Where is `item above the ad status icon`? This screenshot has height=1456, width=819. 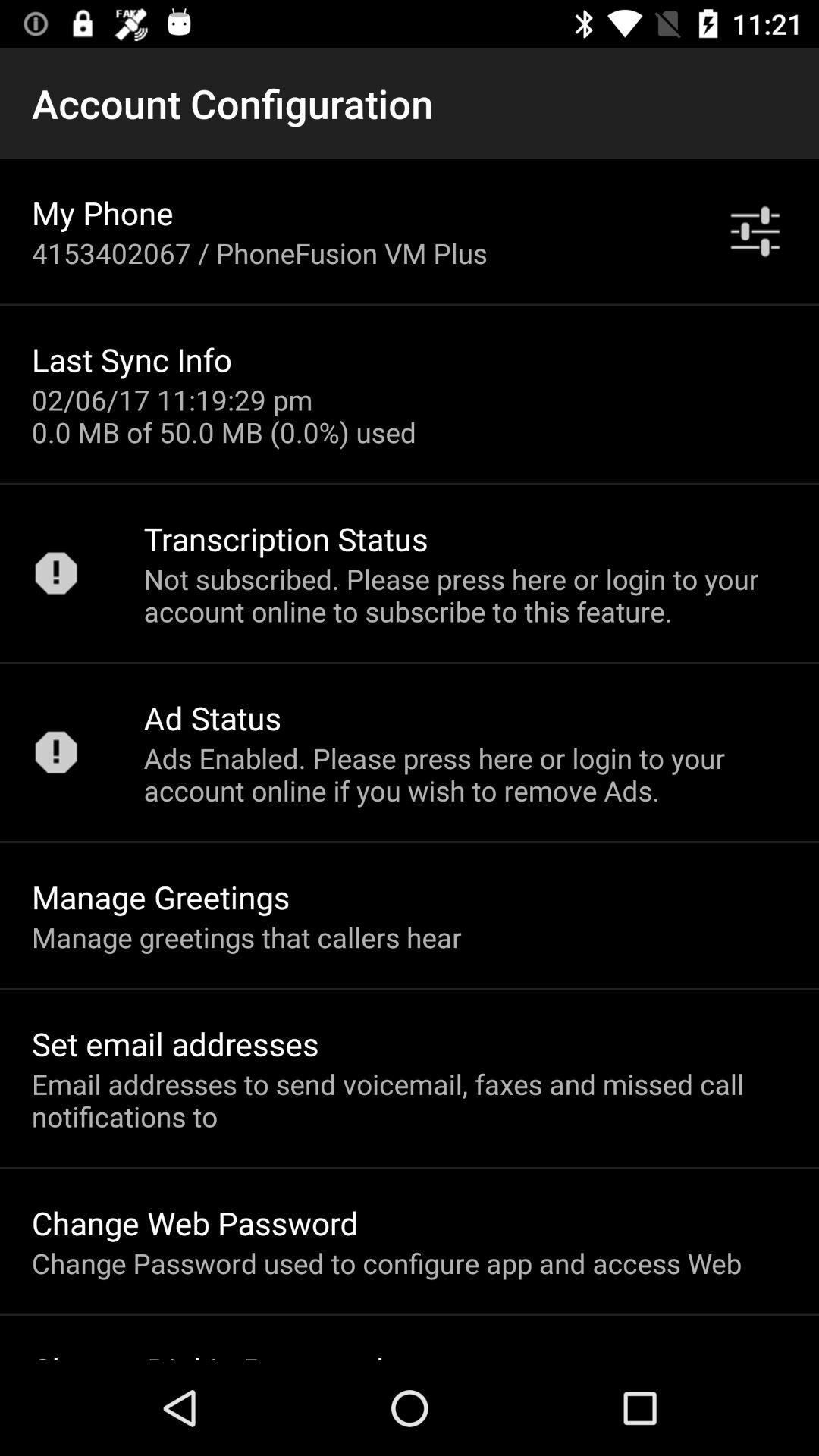 item above the ad status icon is located at coordinates (464, 594).